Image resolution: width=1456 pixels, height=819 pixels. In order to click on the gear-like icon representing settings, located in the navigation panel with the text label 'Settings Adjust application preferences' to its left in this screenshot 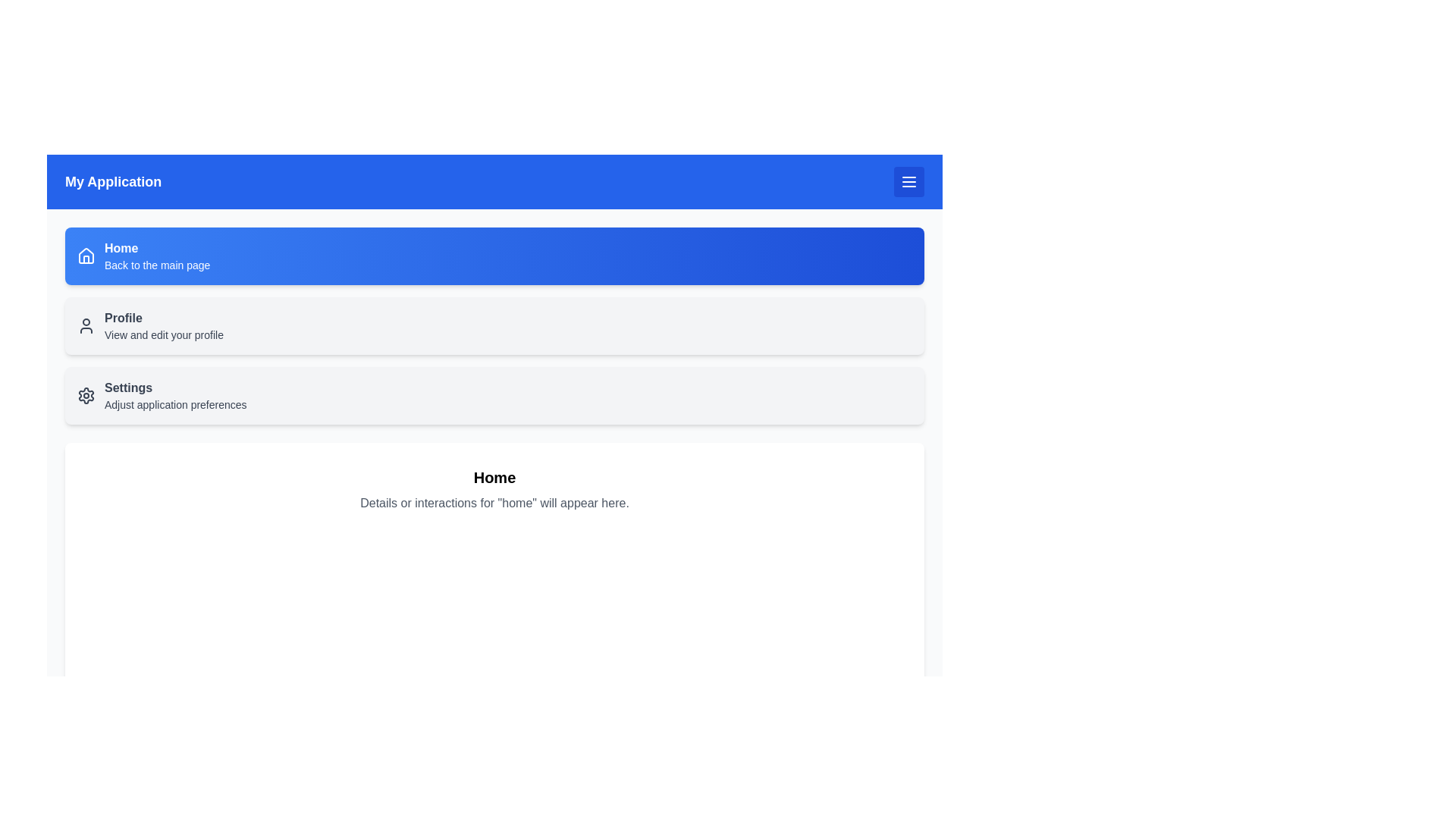, I will do `click(86, 394)`.